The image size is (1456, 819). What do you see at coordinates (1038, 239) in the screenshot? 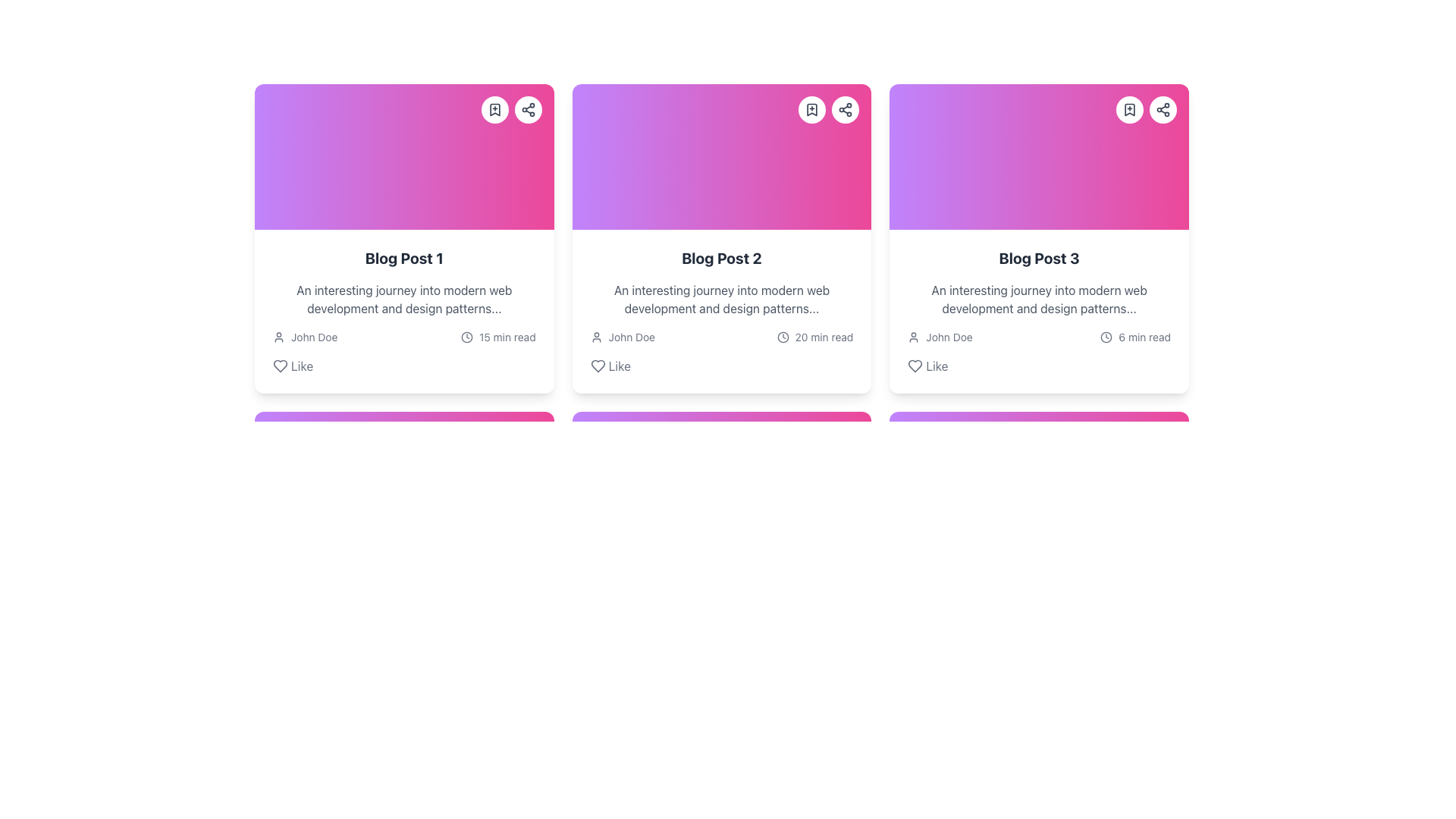
I see `the third card in the grid layout, which features a white background, rounded corners, a gradient top section from purple to pink, and the title 'Blog Post 3' with a 'Like' option` at bounding box center [1038, 239].